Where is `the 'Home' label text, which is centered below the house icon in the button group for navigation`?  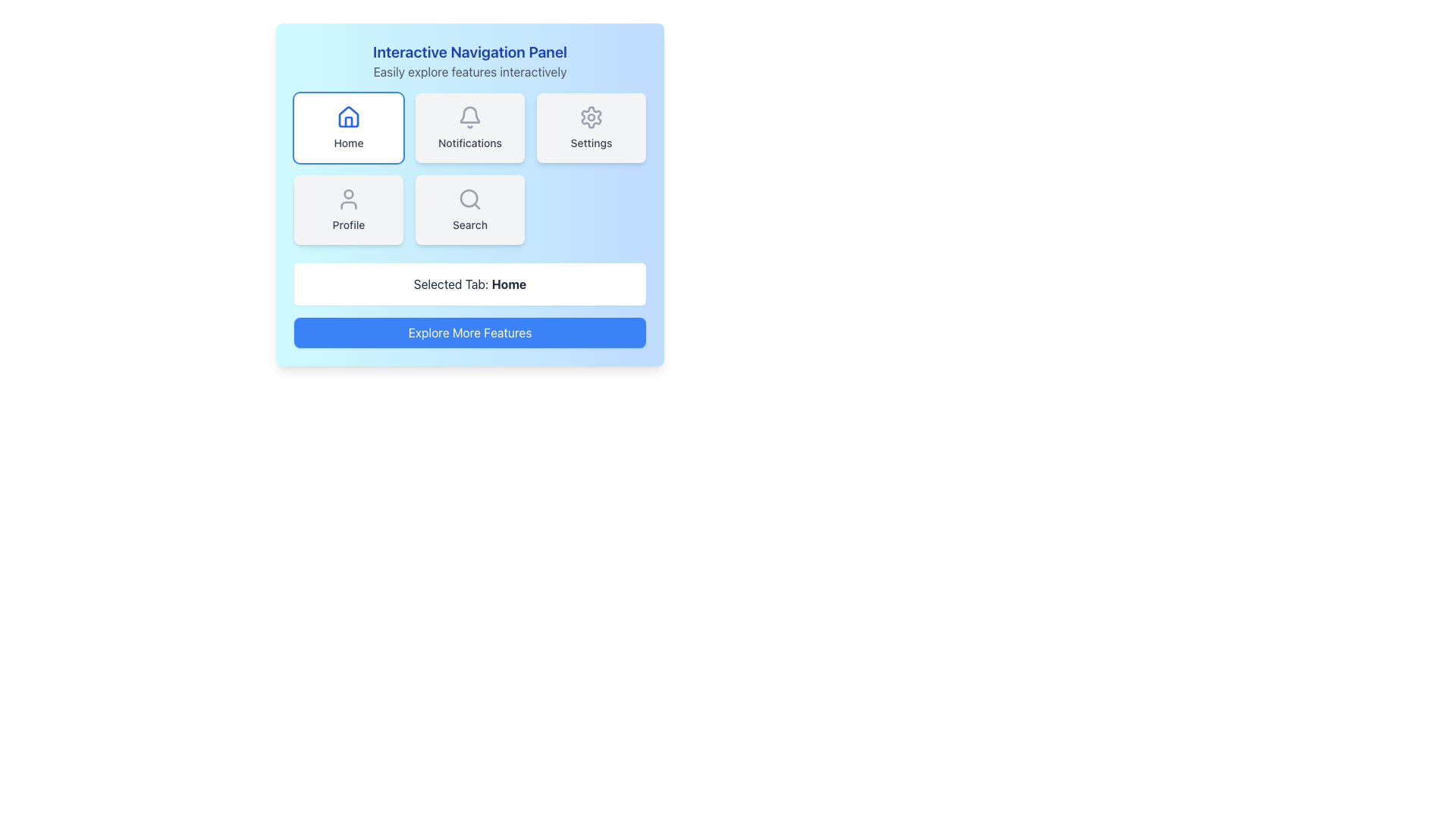 the 'Home' label text, which is centered below the house icon in the button group for navigation is located at coordinates (348, 143).